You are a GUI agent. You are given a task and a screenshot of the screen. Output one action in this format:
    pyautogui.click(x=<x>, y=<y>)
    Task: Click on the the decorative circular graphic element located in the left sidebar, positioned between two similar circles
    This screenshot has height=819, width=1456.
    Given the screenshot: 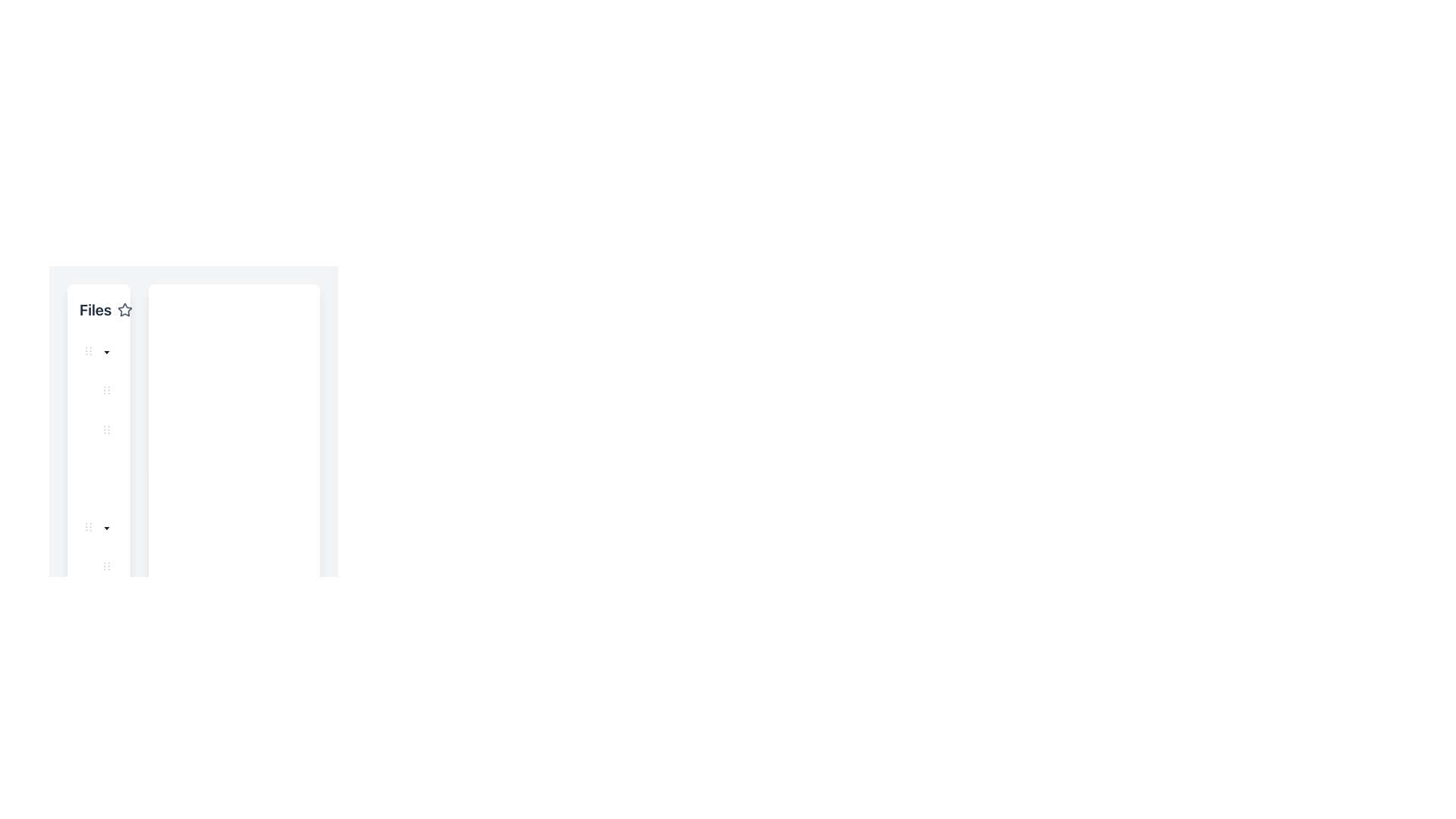 What is the action you would take?
    pyautogui.click(x=124, y=487)
    